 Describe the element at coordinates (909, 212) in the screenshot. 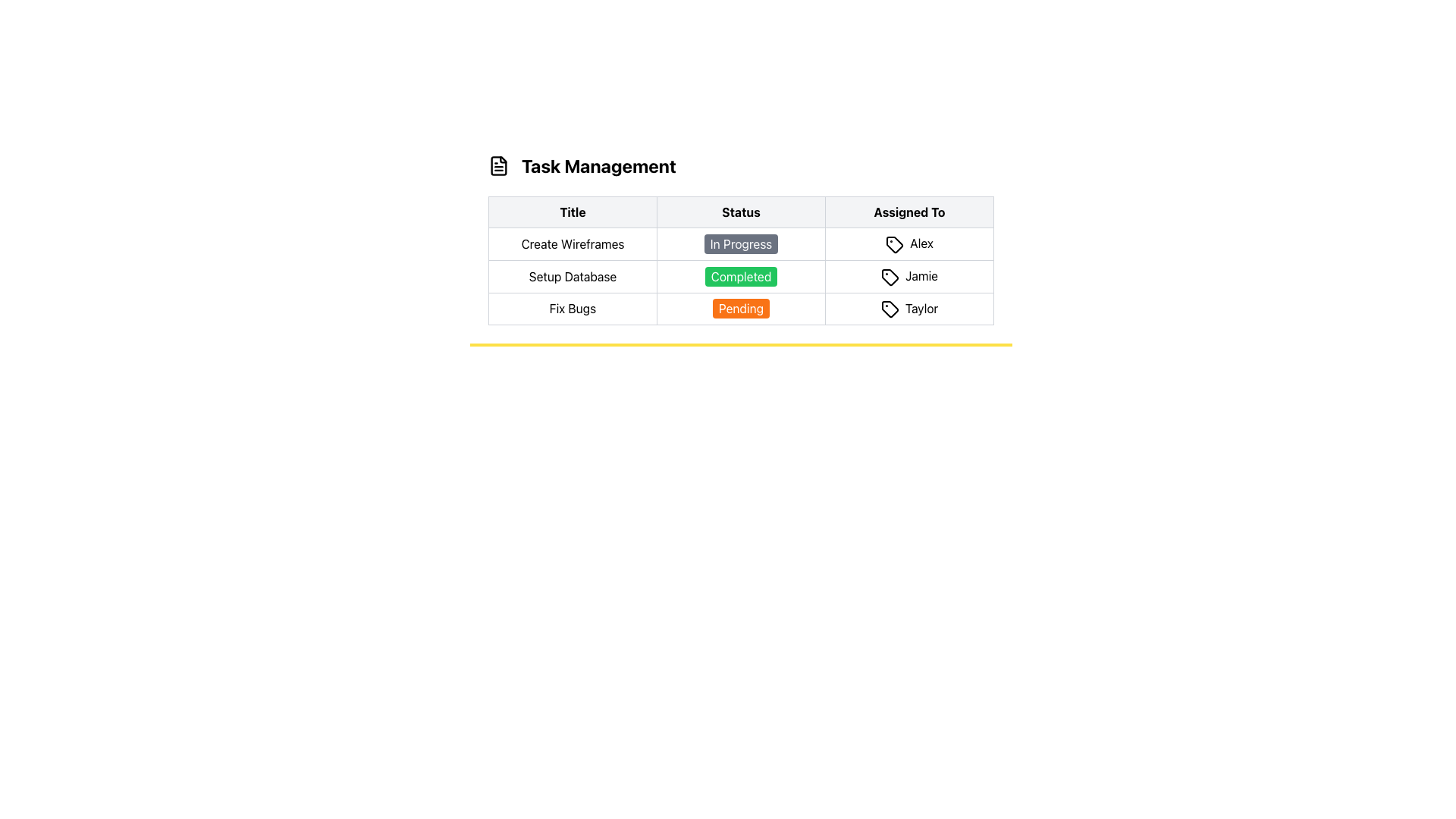

I see `the 'Assigned To' text label element, which is a bold, black font label within a bordered rectangle in the top-right of the table's last column header` at that location.